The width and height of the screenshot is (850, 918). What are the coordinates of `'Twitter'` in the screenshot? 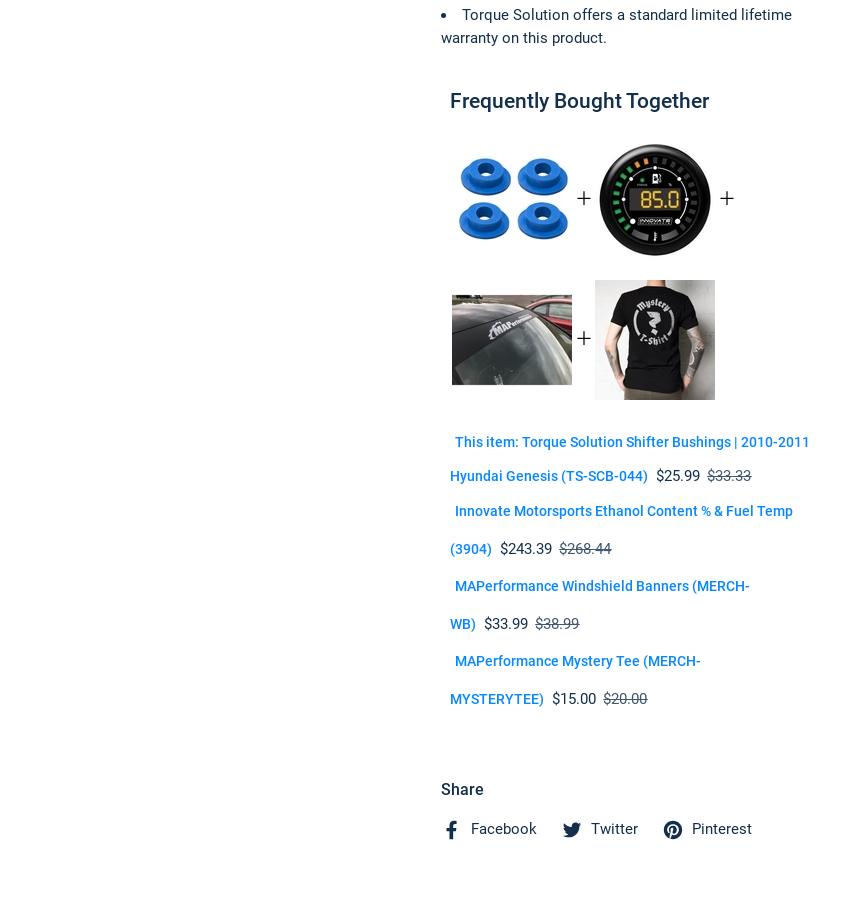 It's located at (591, 829).